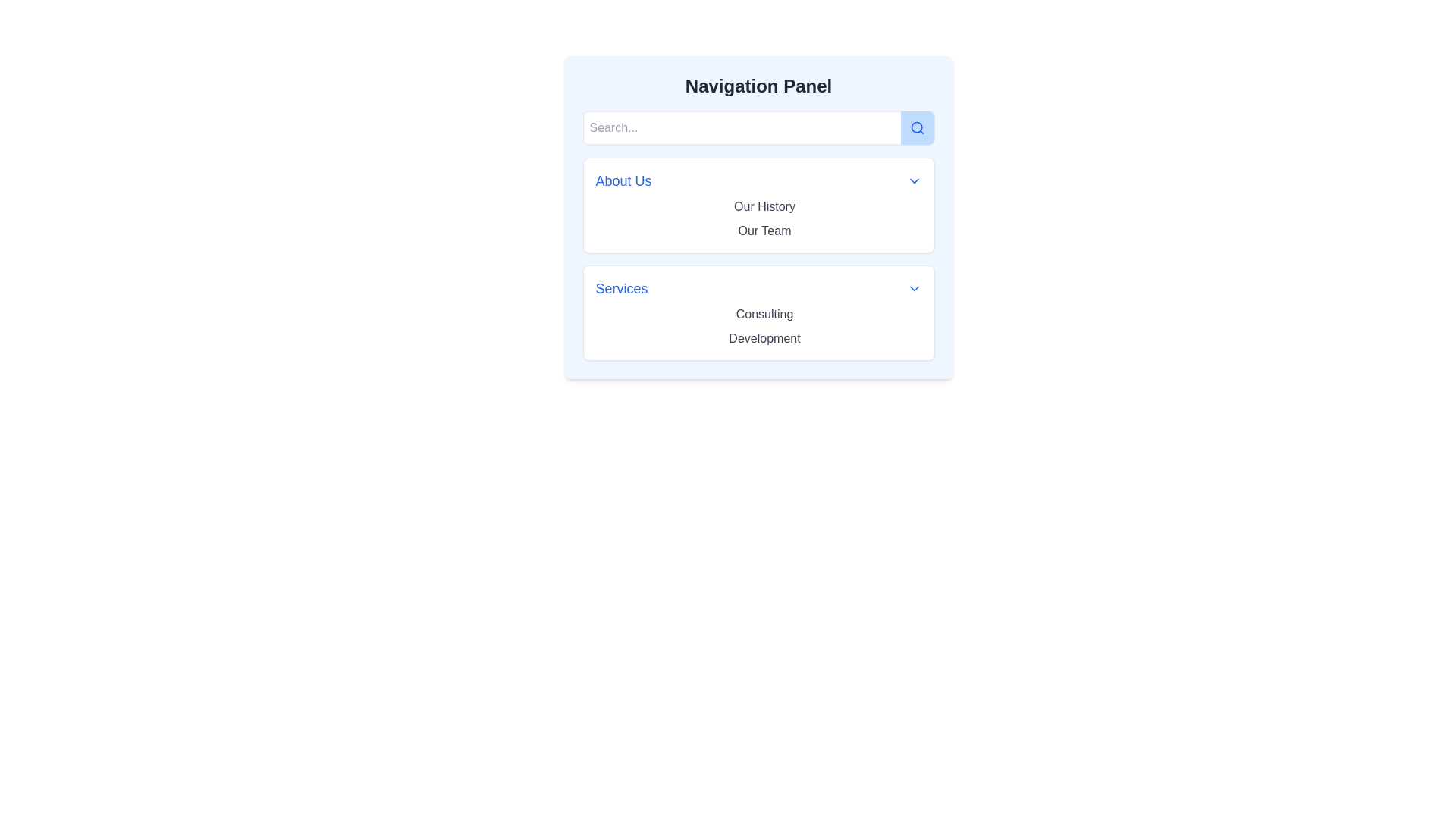  Describe the element at coordinates (764, 231) in the screenshot. I see `the 'Our Team' hyperlink located below the 'Our History' link in the 'About Us' section to change its color` at that location.